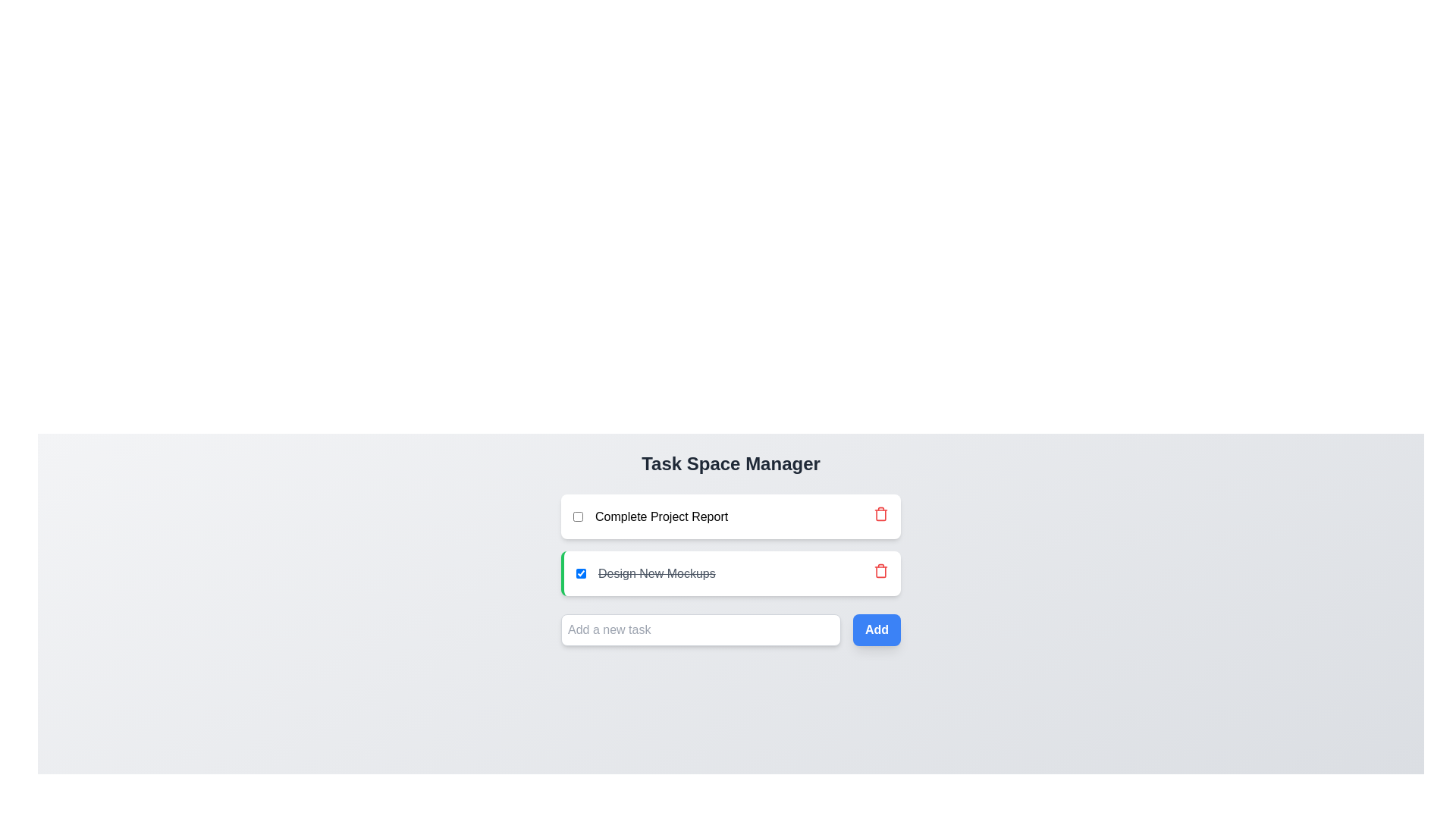 The height and width of the screenshot is (819, 1456). What do you see at coordinates (877, 629) in the screenshot?
I see `the 'Add Task' button located at the bottom-right corner of the task input field` at bounding box center [877, 629].